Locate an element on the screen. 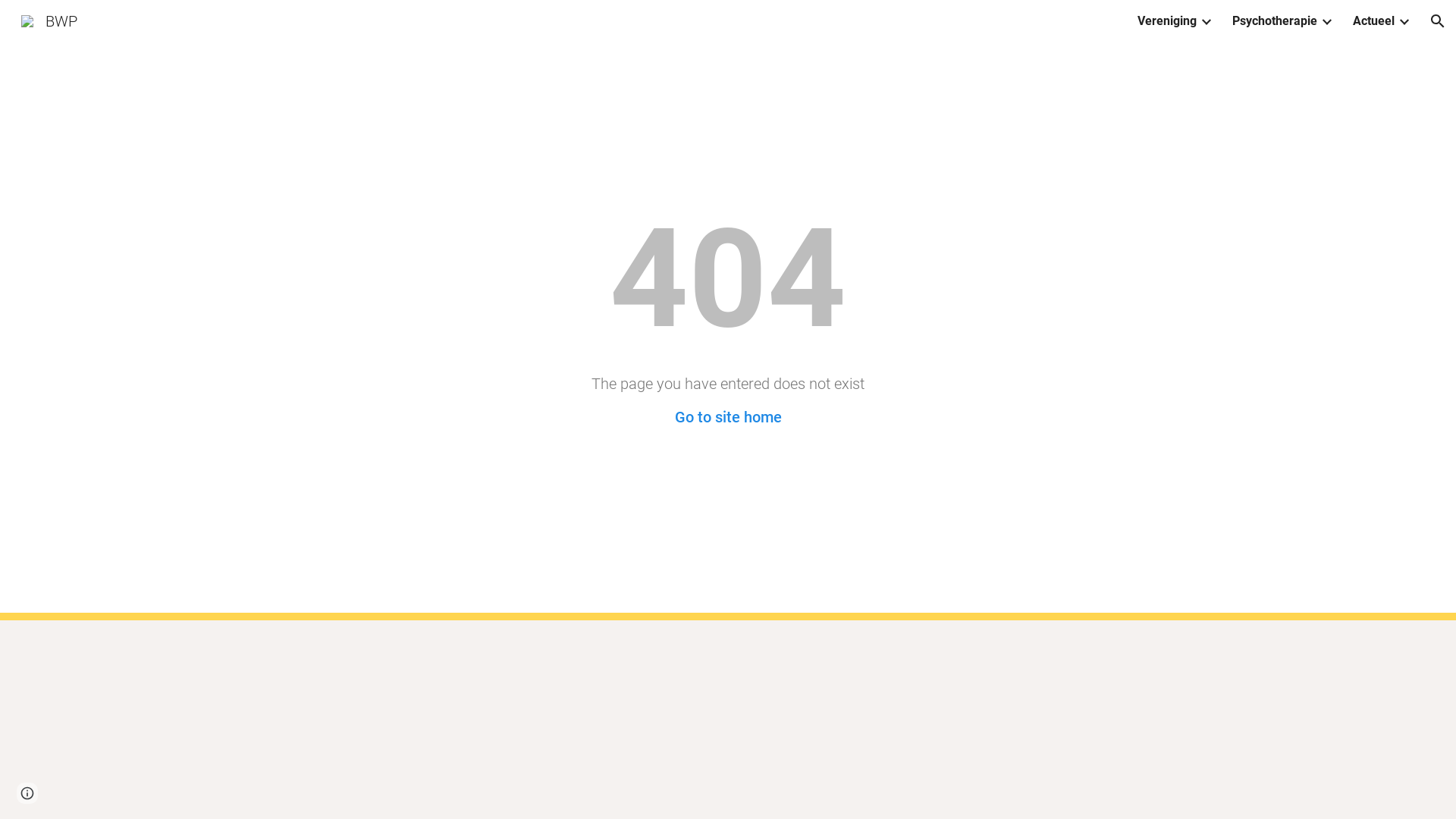 The image size is (1456, 819). 'Expand/Collapse' is located at coordinates (1403, 20).